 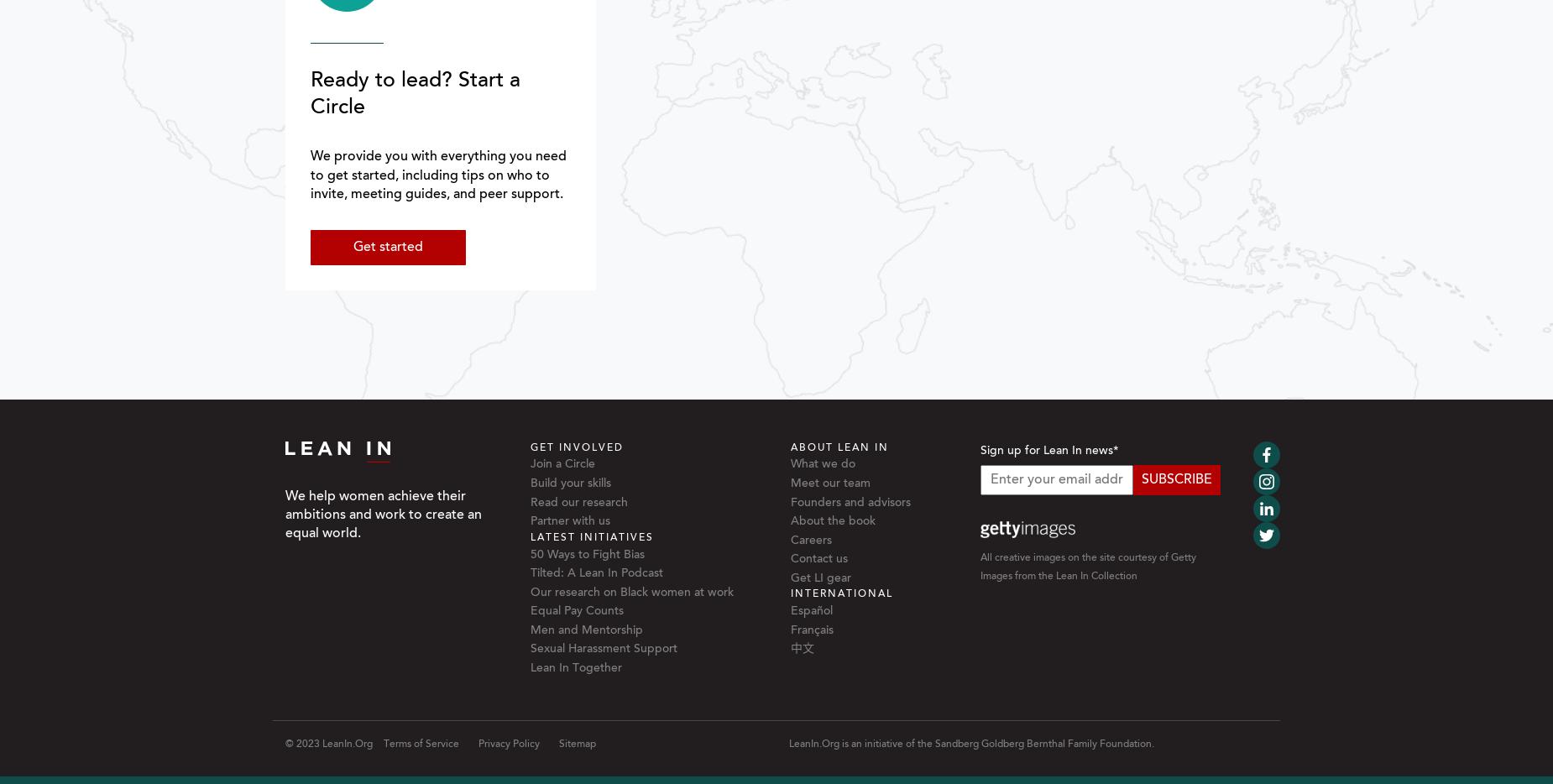 What do you see at coordinates (829, 482) in the screenshot?
I see `'Meet our team'` at bounding box center [829, 482].